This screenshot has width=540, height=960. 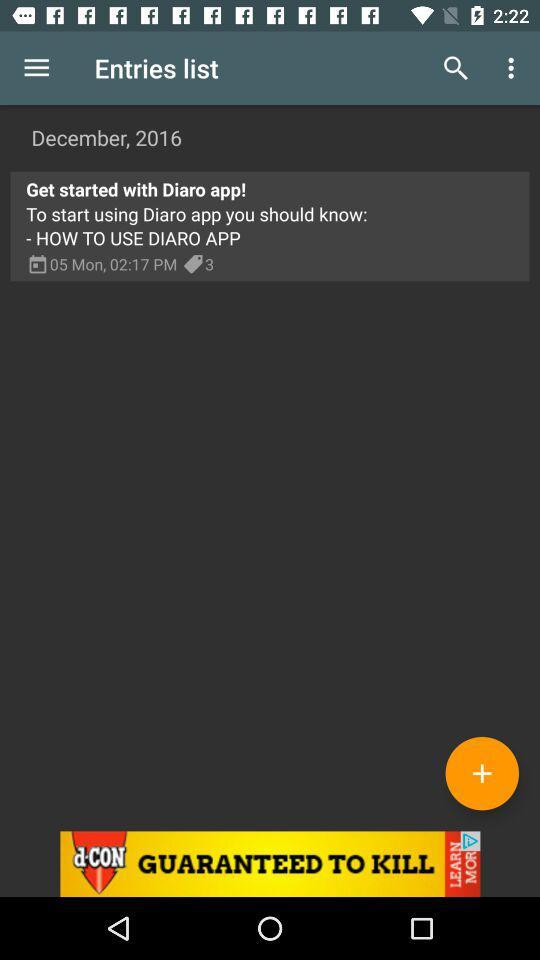 What do you see at coordinates (481, 772) in the screenshot?
I see `write a new message` at bounding box center [481, 772].